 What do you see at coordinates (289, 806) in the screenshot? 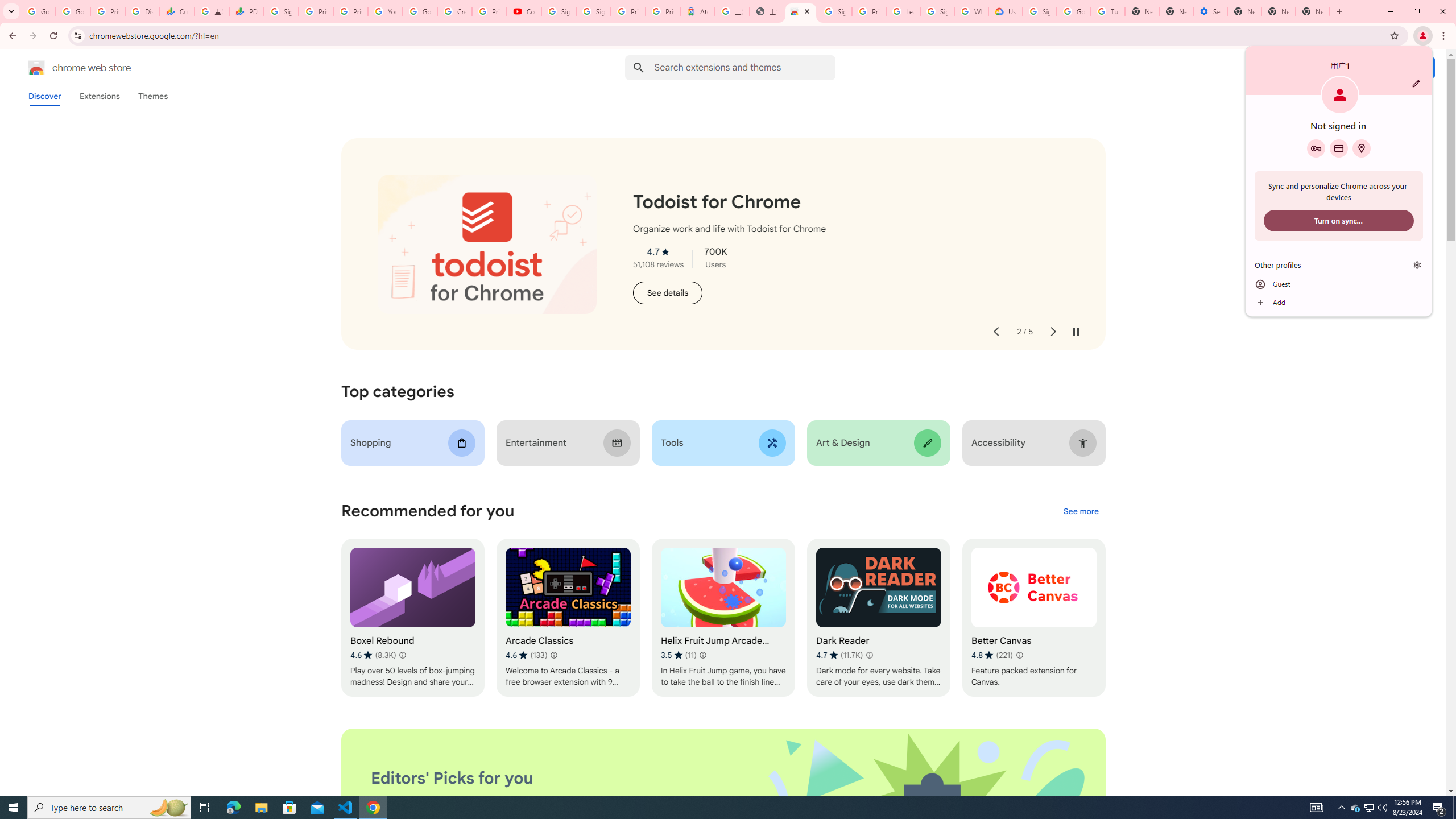
I see `'Microsoft Store'` at bounding box center [289, 806].